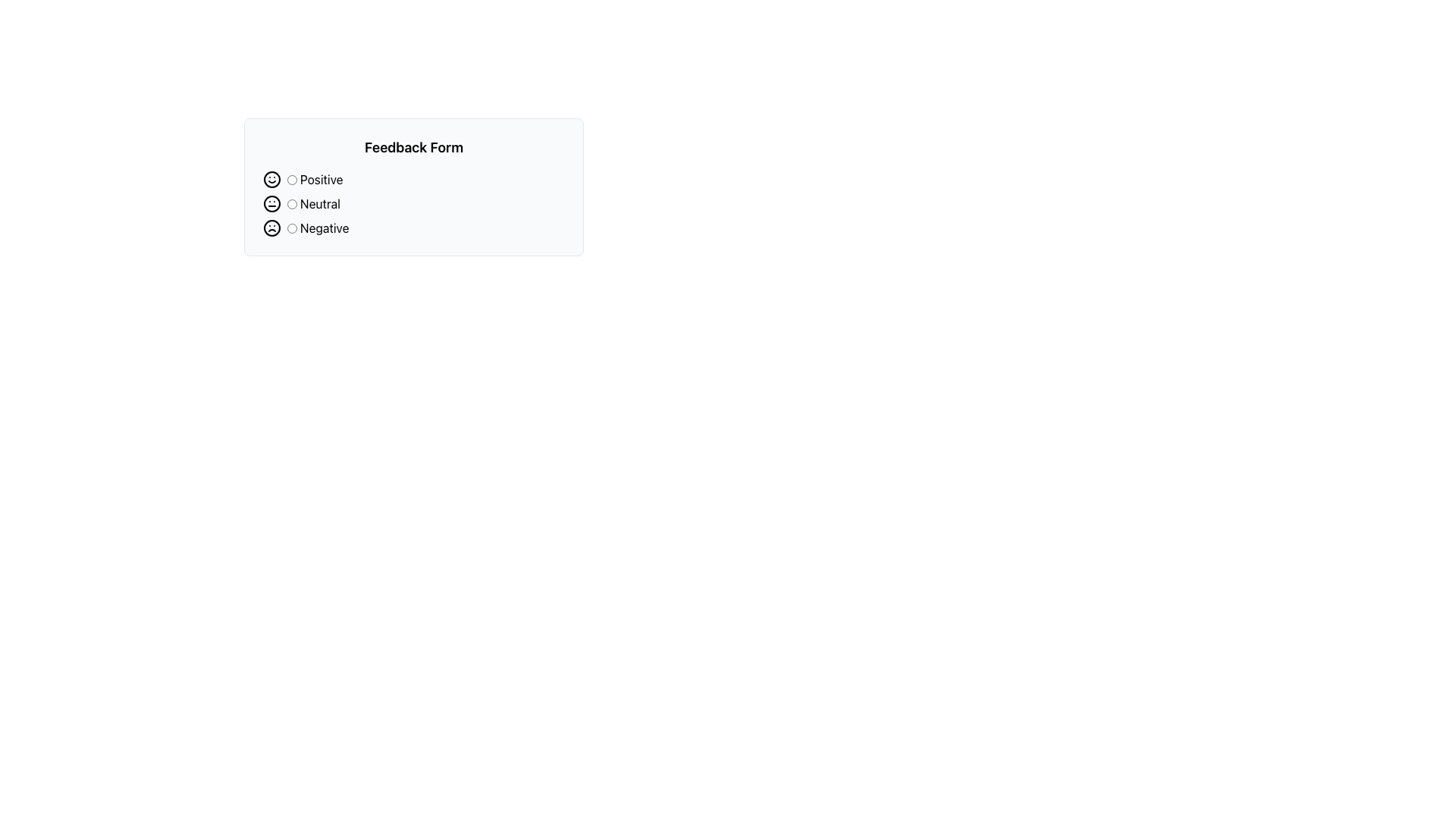 This screenshot has width=1456, height=819. Describe the element at coordinates (272, 178) in the screenshot. I see `the smiley face icon located in the 'Feedback Form' component, which precedes the 'Positive' radio button` at that location.